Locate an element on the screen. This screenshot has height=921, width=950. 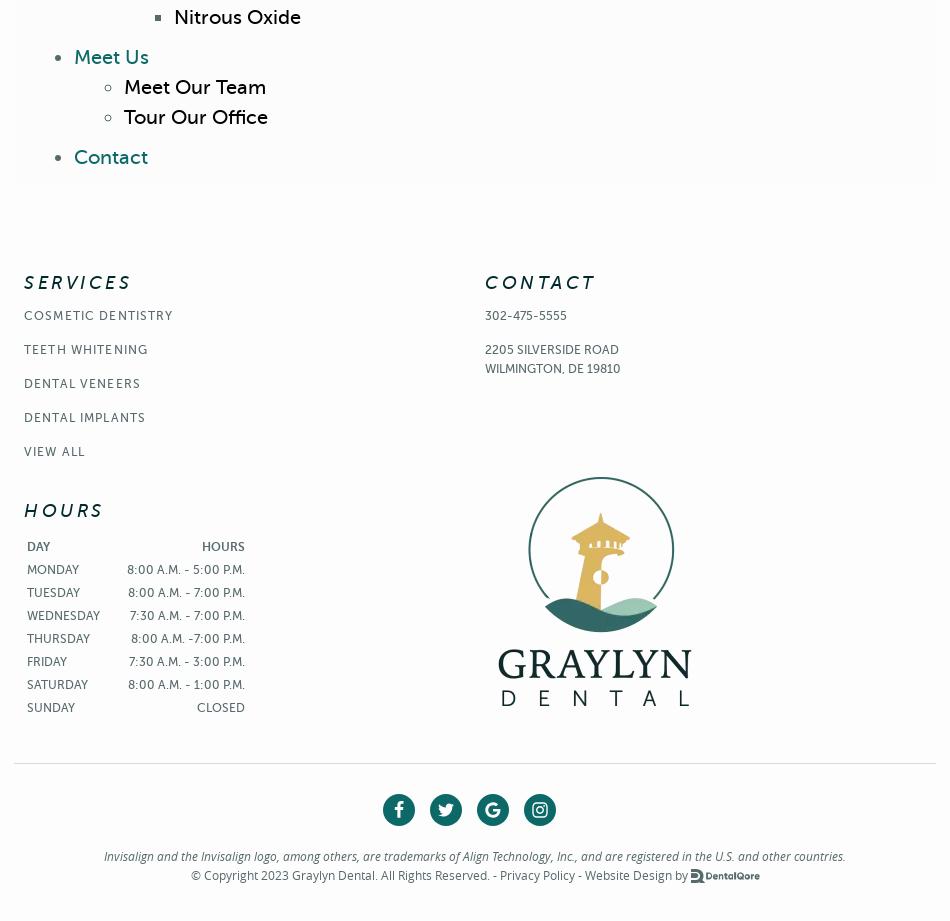
'by' is located at coordinates (680, 874).